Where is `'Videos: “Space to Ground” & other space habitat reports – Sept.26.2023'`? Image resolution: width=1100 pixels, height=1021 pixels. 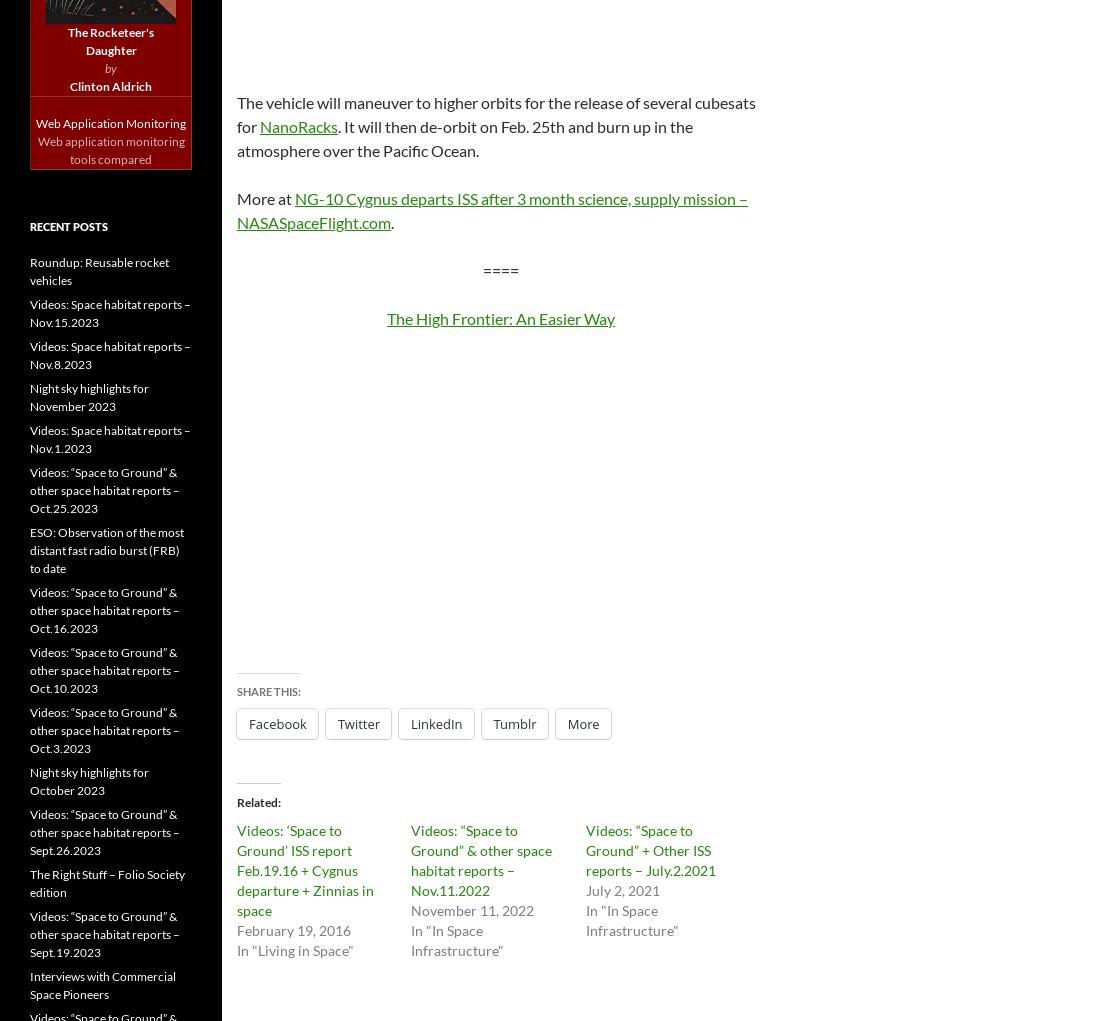 'Videos: “Space to Ground” & other space habitat reports – Sept.26.2023' is located at coordinates (105, 832).